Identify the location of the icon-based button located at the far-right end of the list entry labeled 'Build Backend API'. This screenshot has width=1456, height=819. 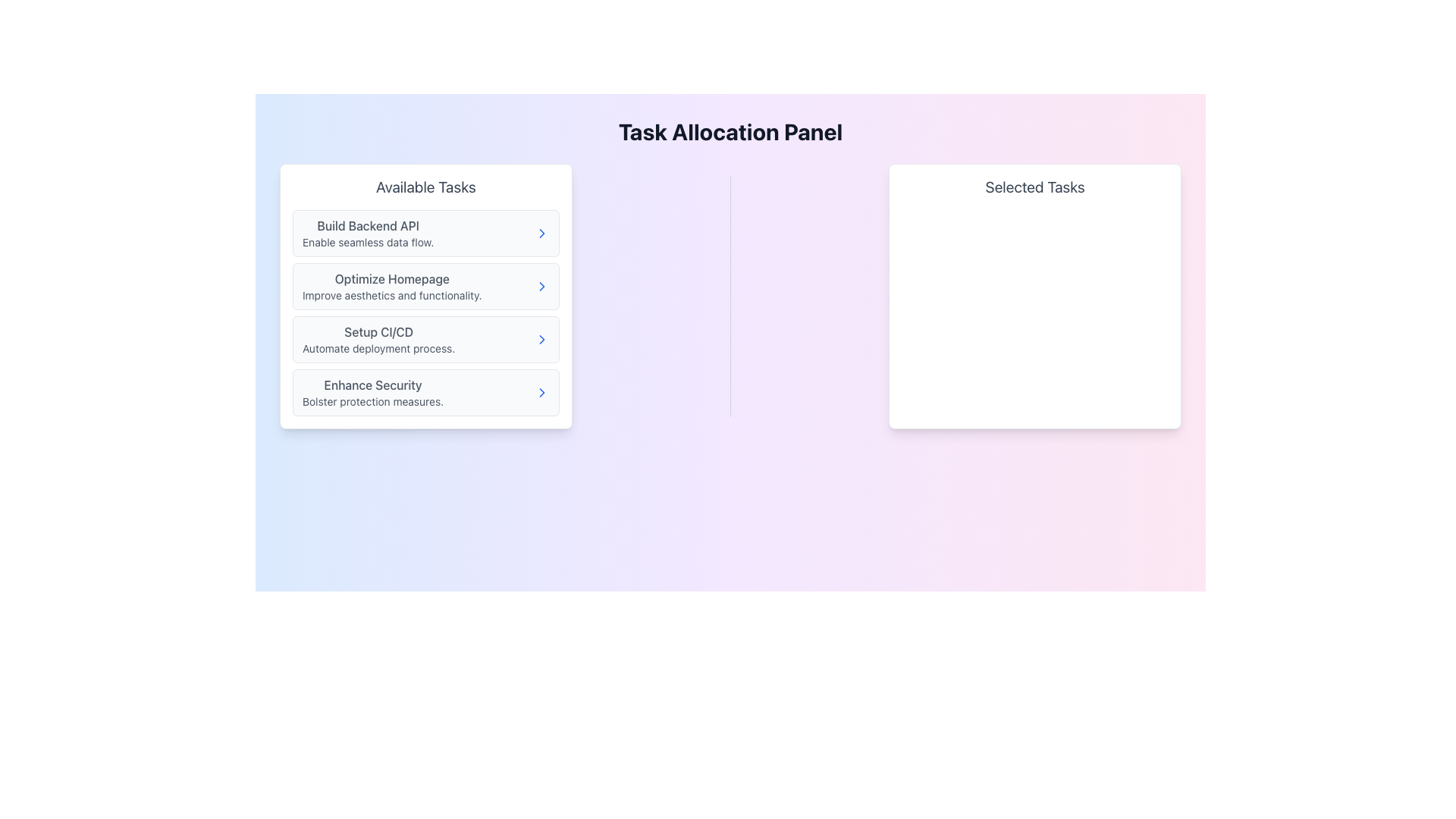
(541, 234).